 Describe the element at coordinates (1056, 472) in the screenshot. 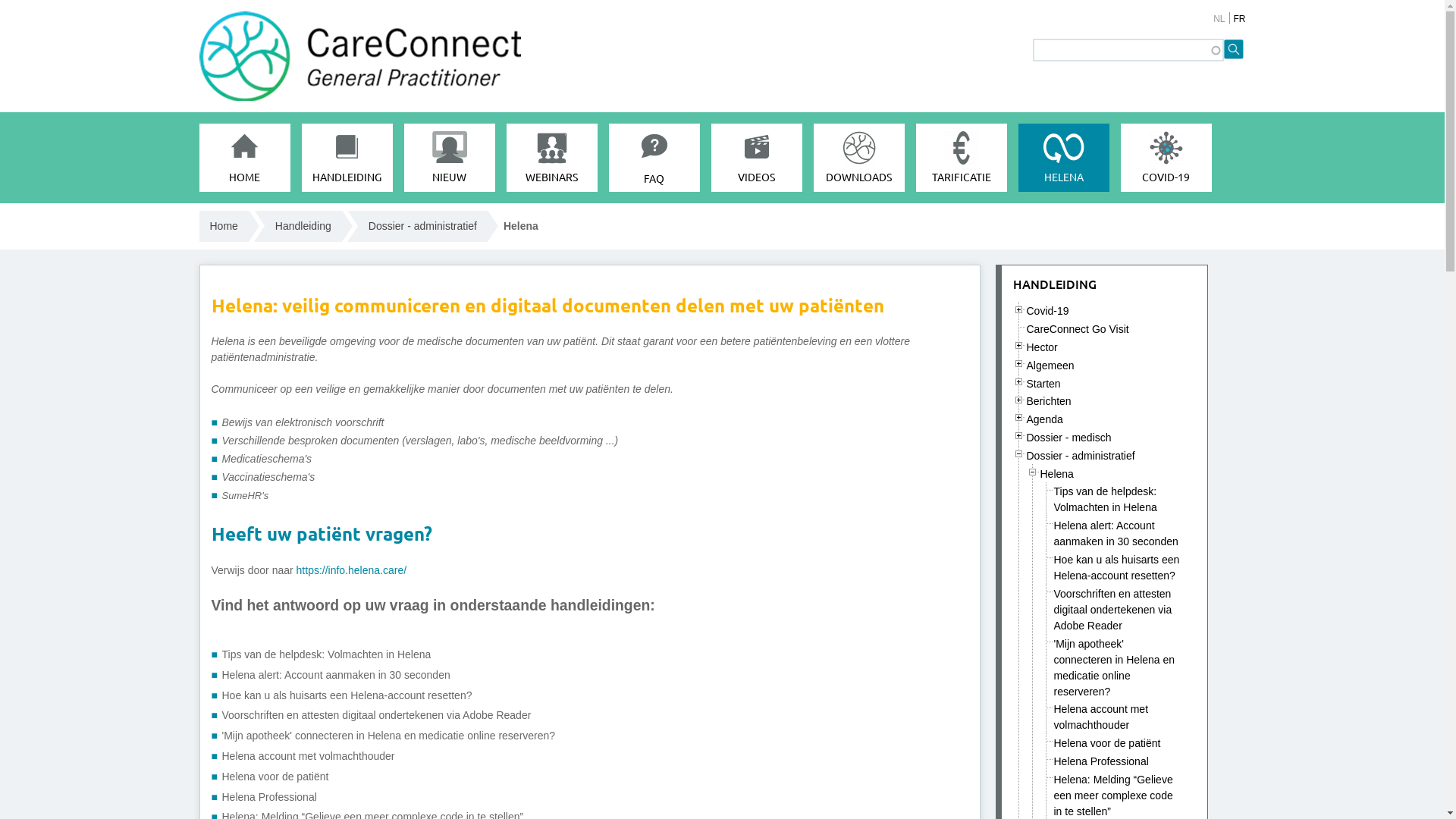

I see `'Helena'` at that location.